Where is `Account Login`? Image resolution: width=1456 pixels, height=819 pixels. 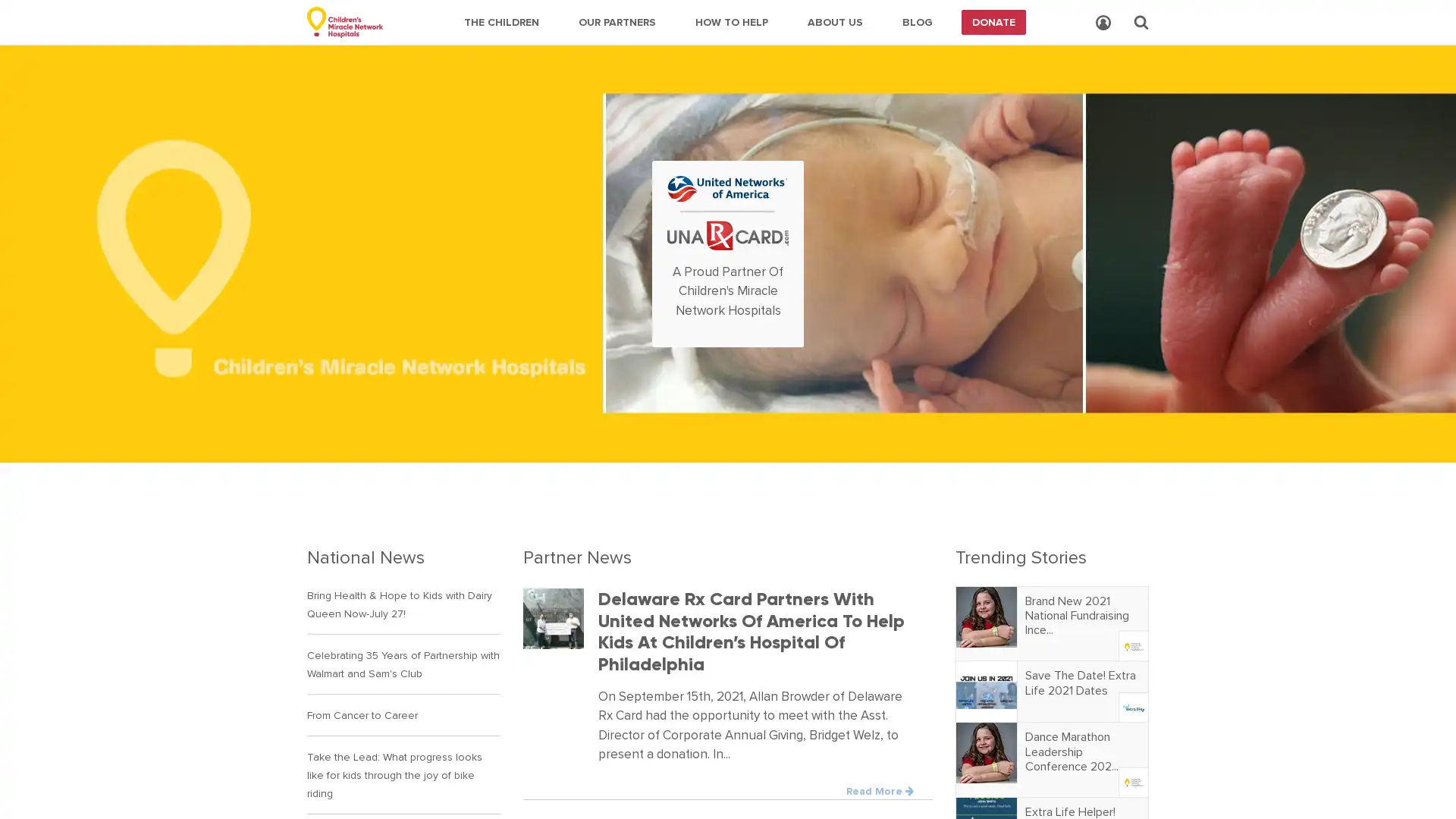 Account Login is located at coordinates (1103, 23).